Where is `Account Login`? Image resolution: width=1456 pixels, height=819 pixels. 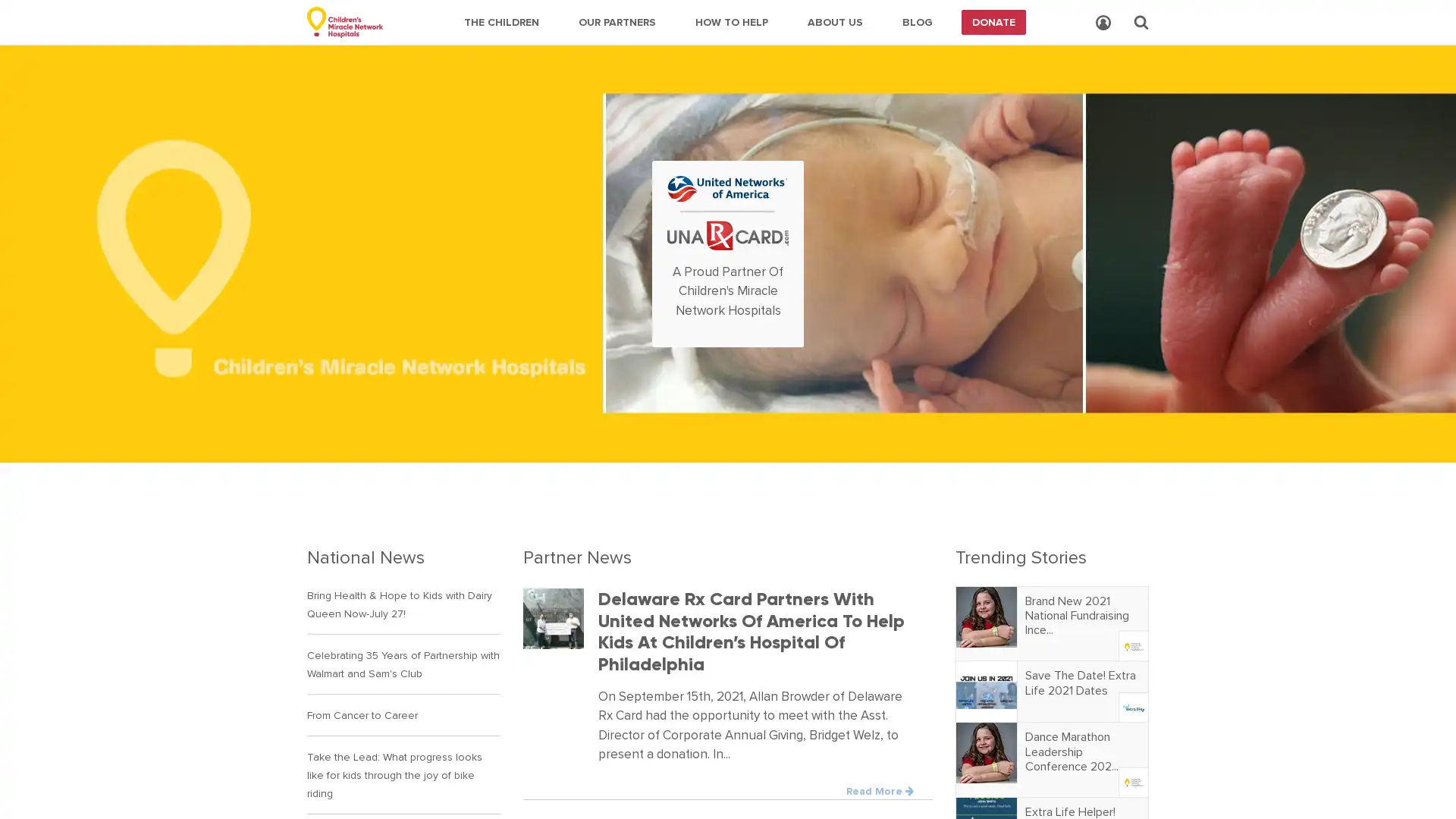 Account Login is located at coordinates (1103, 23).